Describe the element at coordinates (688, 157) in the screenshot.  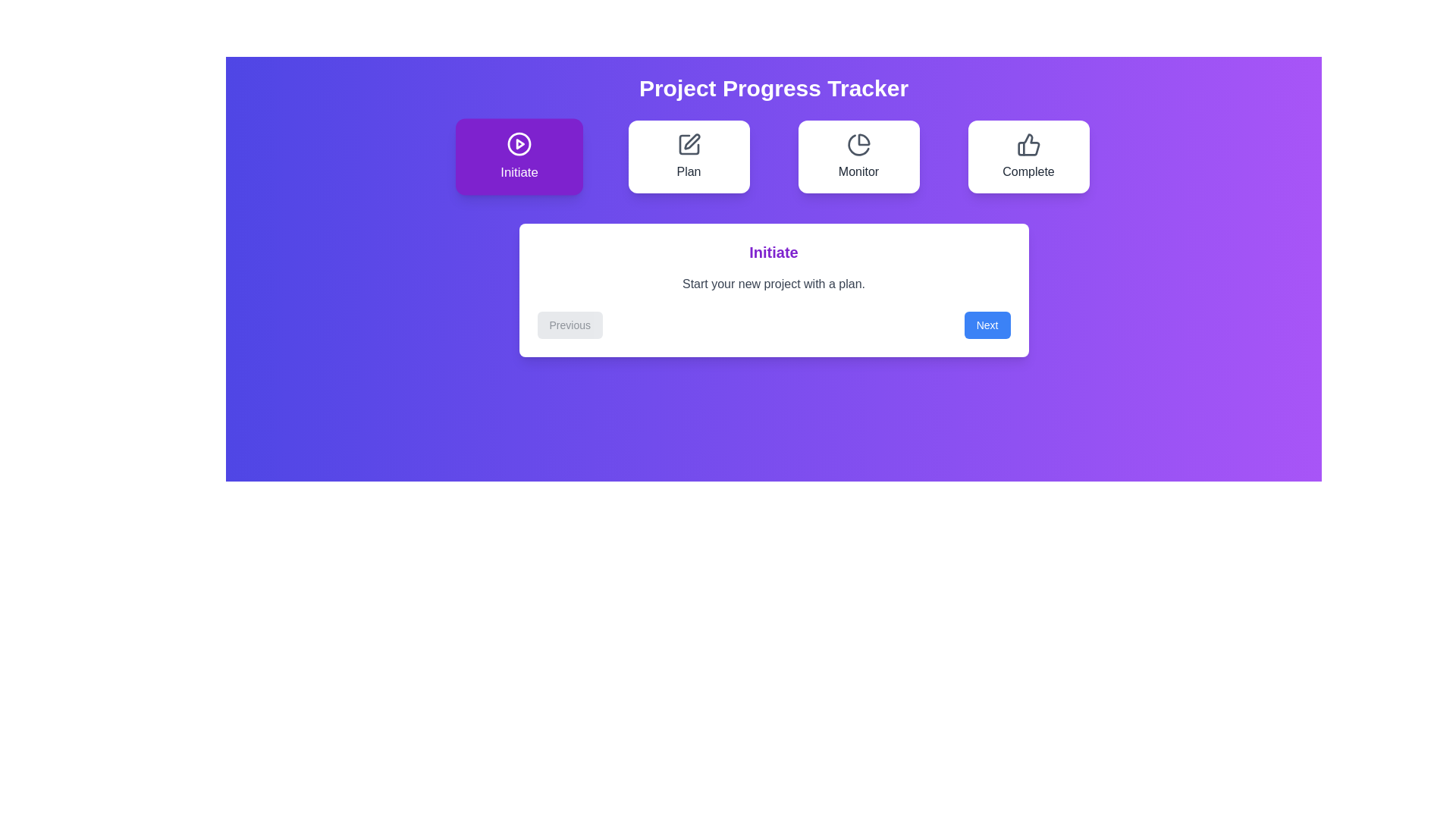
I see `the step Plan in the progress tracker` at that location.